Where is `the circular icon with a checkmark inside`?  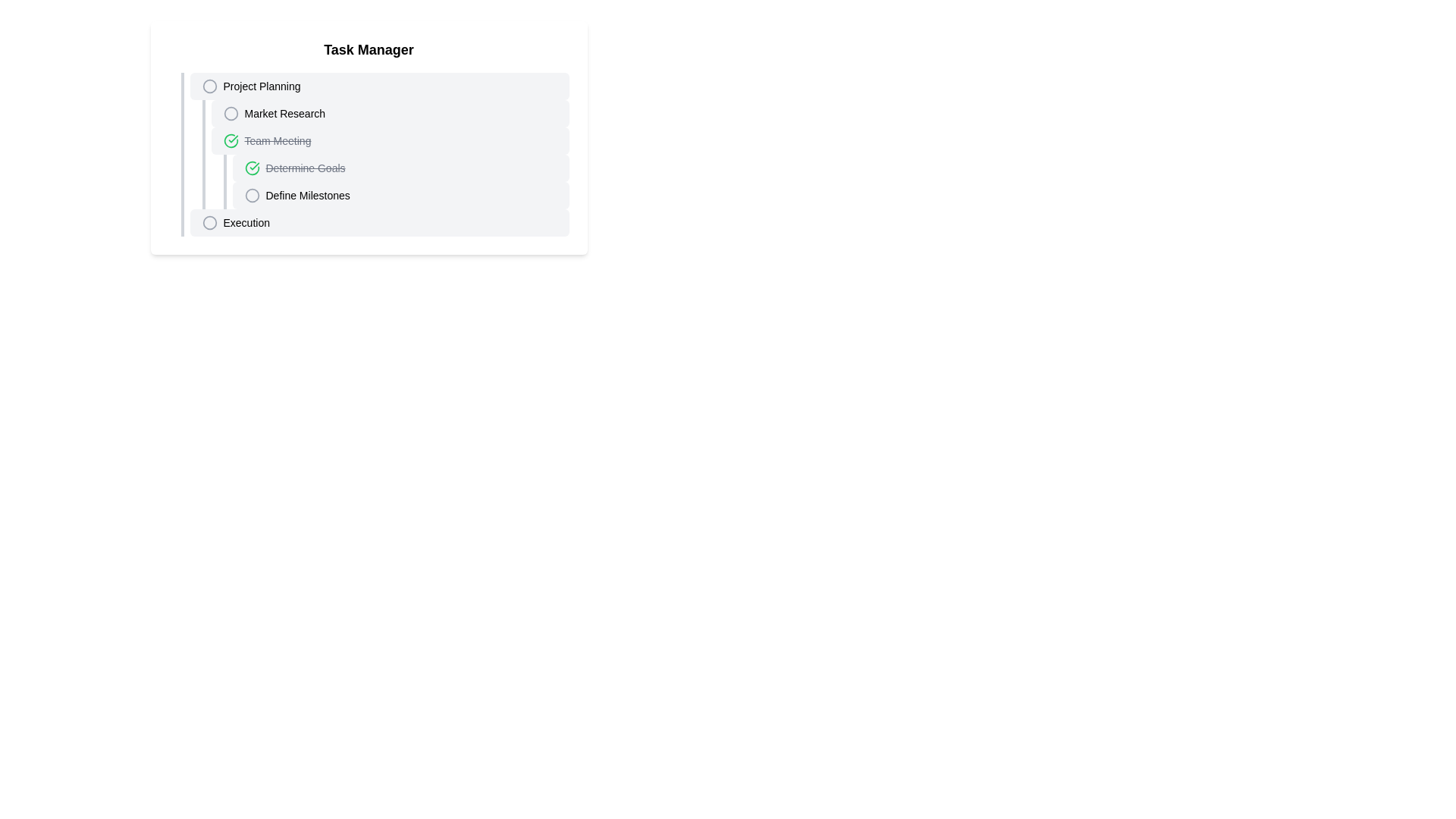
the circular icon with a checkmark inside is located at coordinates (230, 140).